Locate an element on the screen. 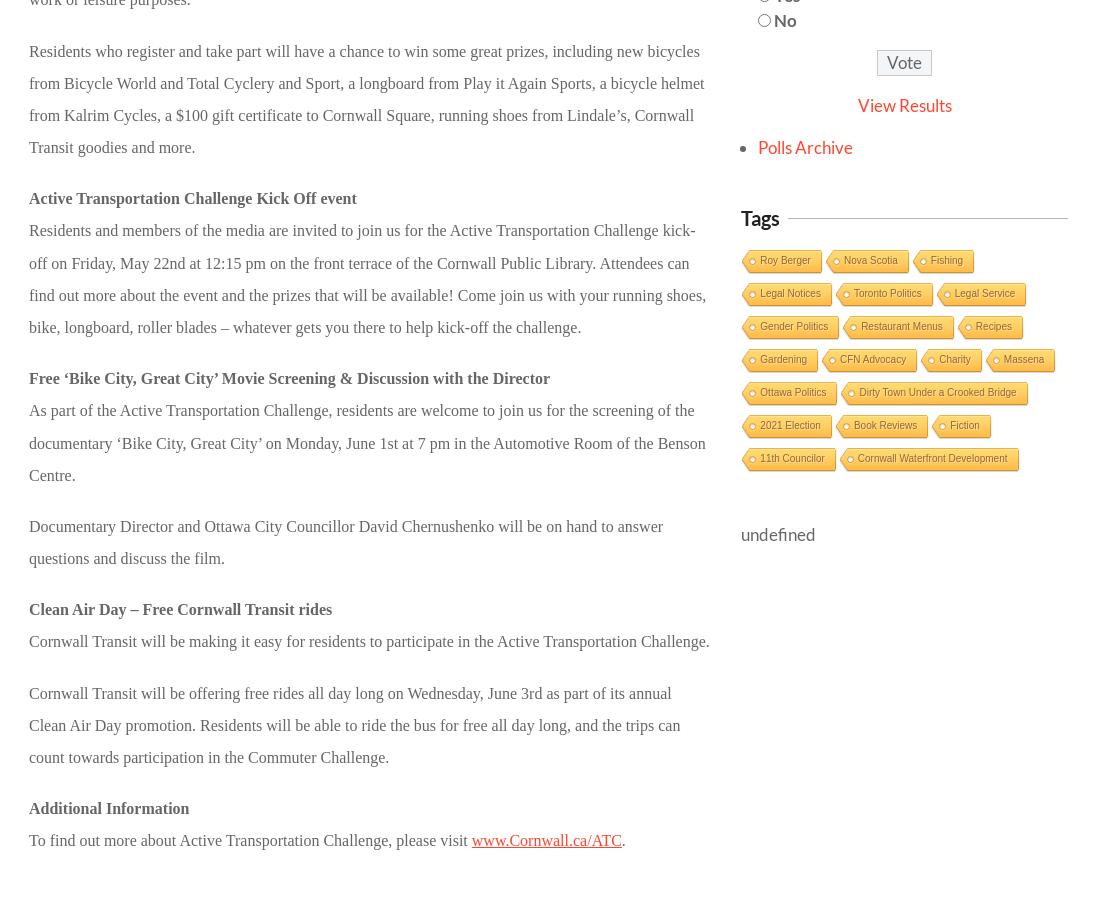 The width and height of the screenshot is (1100, 903). 'No' is located at coordinates (773, 18).